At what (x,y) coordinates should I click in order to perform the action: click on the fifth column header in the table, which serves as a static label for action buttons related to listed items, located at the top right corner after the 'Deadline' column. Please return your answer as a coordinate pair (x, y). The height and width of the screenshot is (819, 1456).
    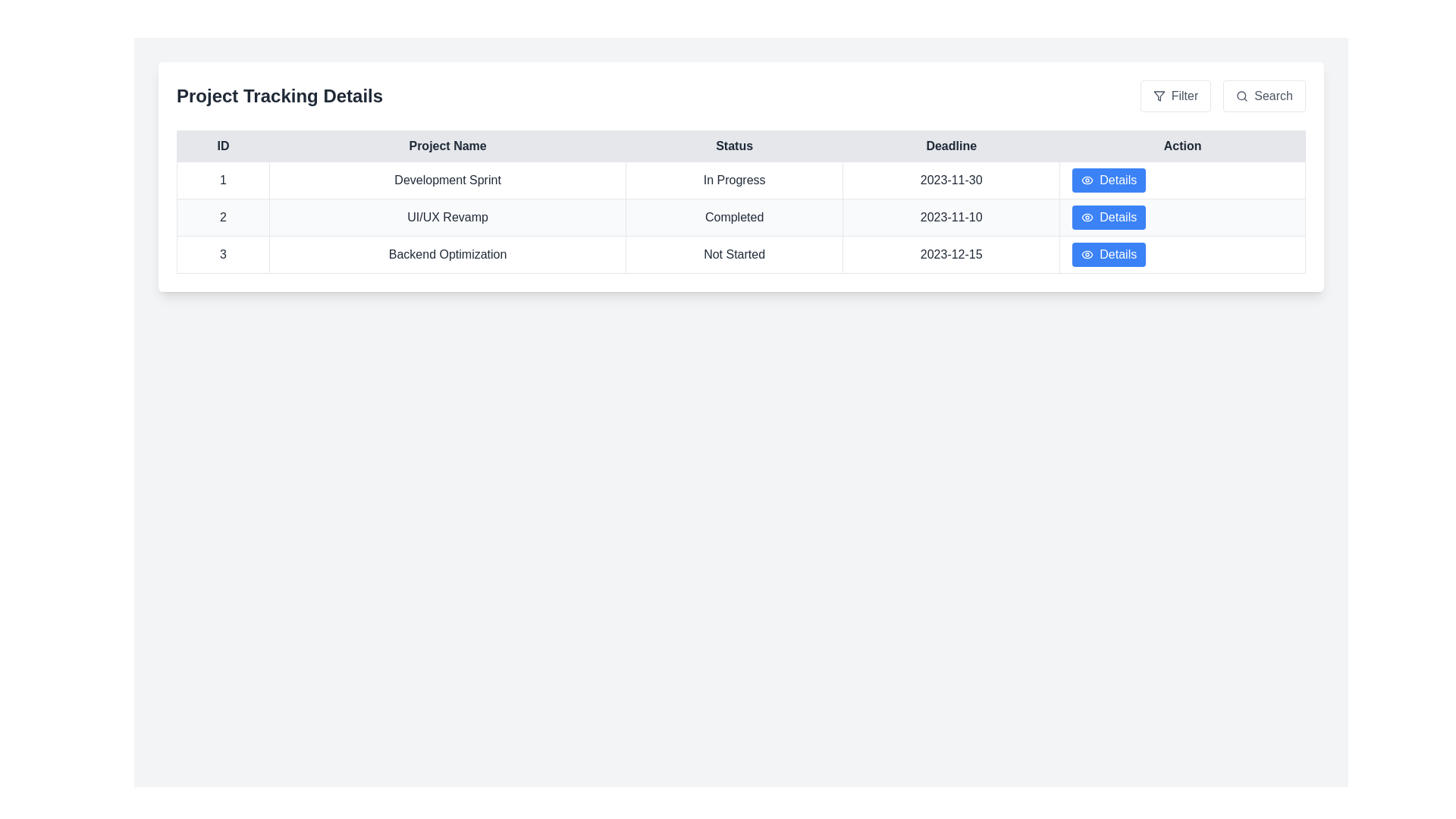
    Looking at the image, I should click on (1181, 146).